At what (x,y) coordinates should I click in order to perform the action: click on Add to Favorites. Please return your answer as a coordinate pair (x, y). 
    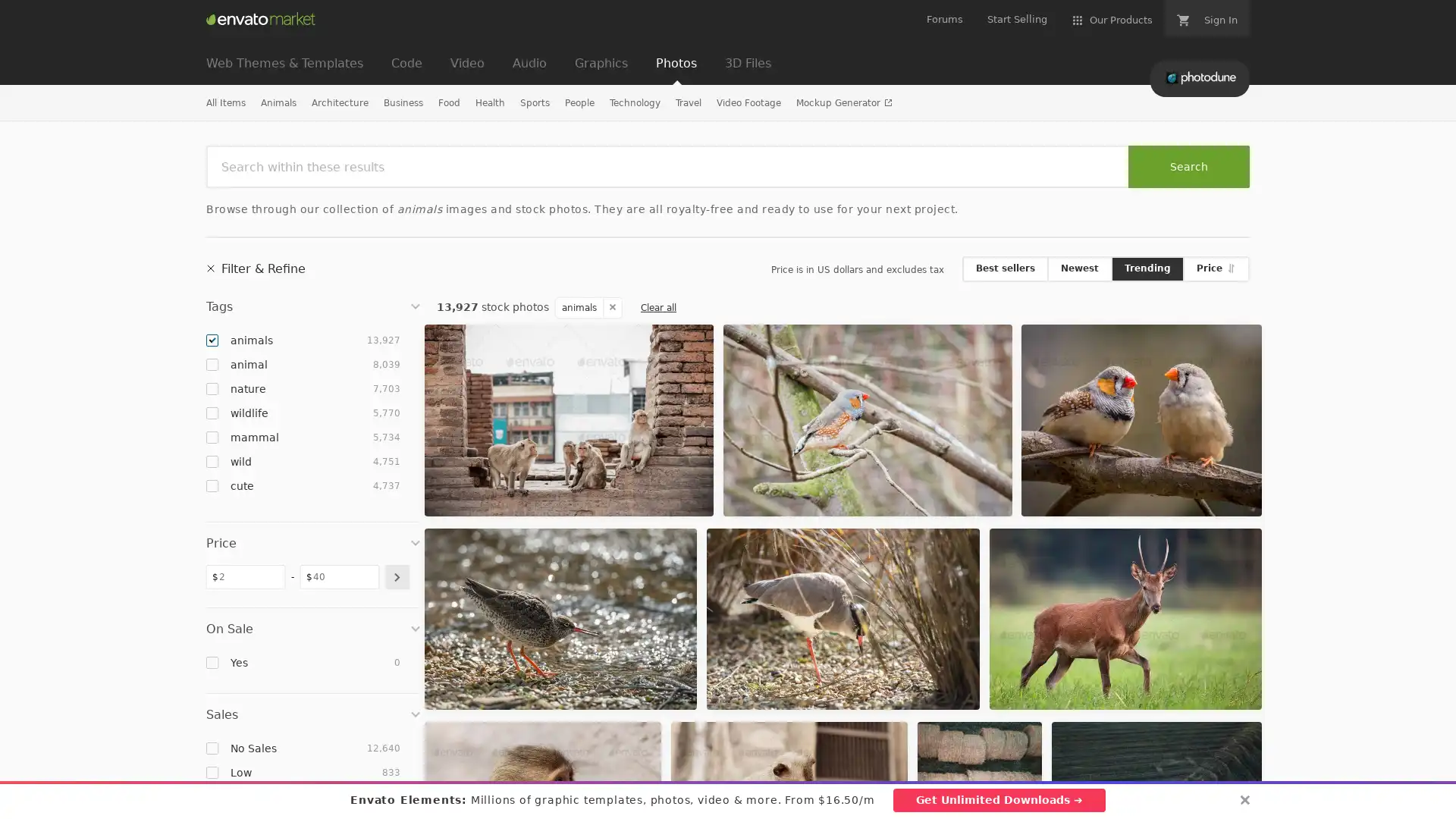
    Looking at the image, I should click on (1241, 343).